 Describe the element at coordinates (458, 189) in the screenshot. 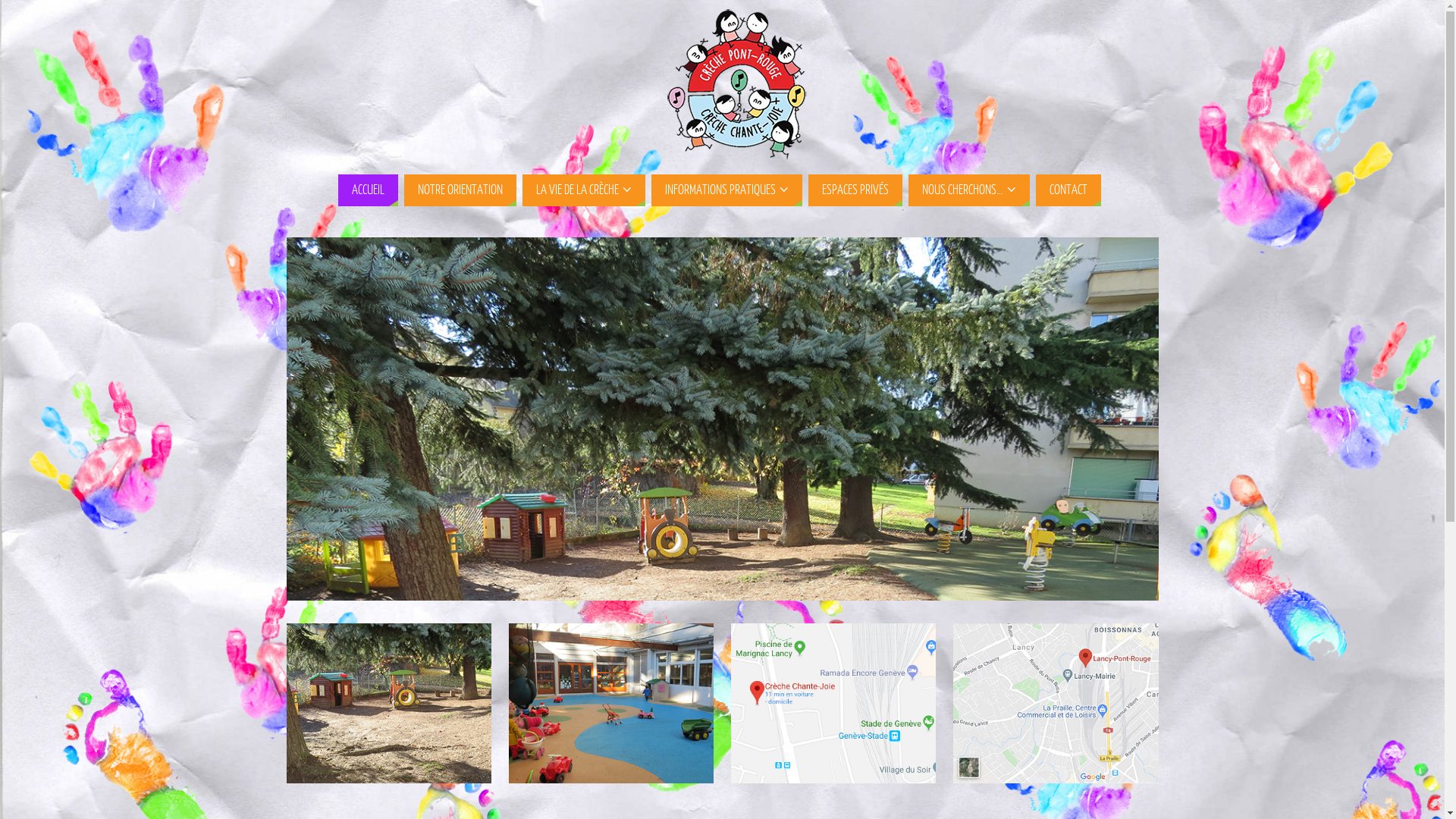

I see `'NOTRE ORIENTATION'` at that location.